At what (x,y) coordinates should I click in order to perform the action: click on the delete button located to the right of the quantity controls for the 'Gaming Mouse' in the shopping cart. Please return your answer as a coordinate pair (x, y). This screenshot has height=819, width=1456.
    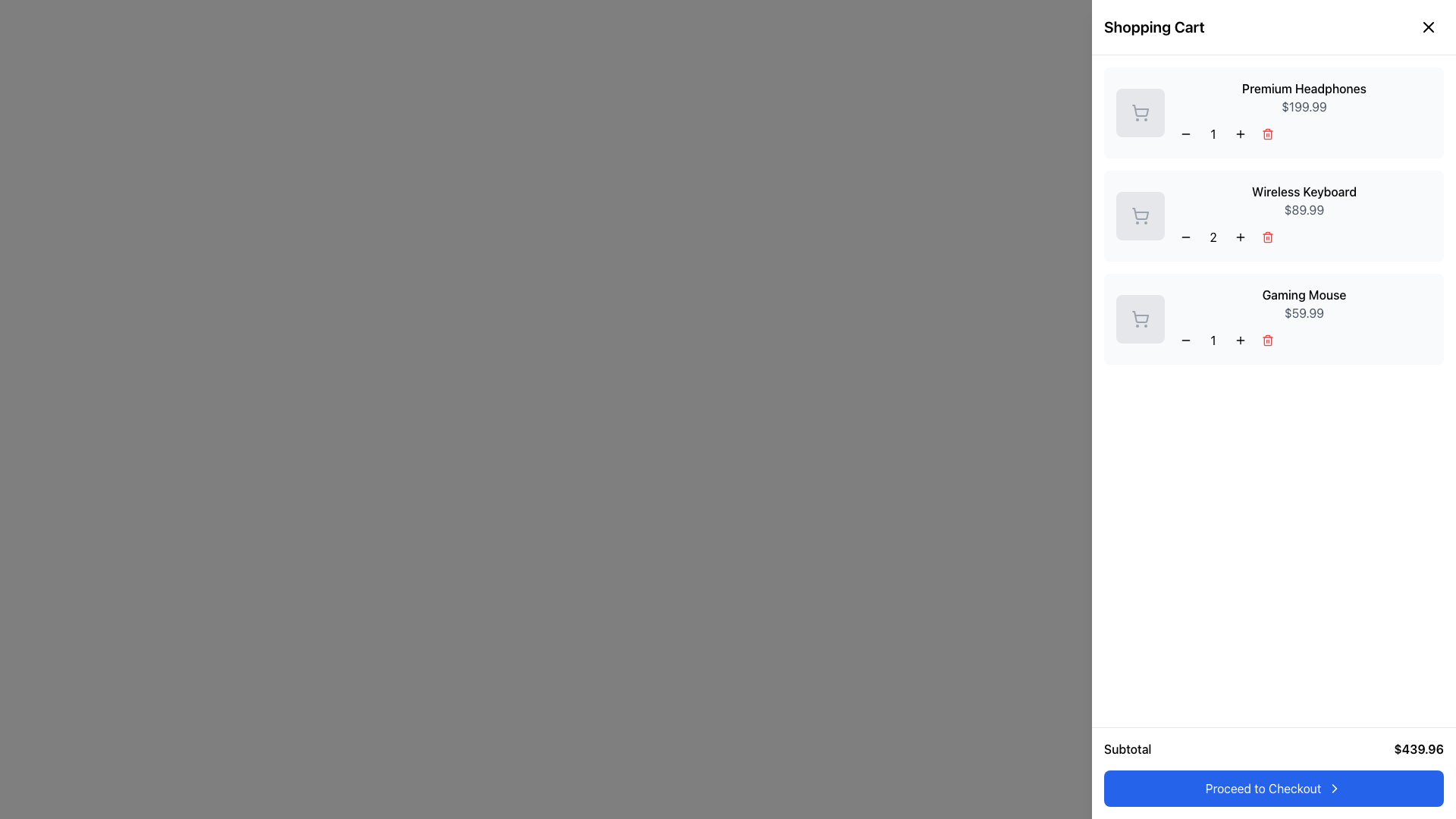
    Looking at the image, I should click on (1267, 339).